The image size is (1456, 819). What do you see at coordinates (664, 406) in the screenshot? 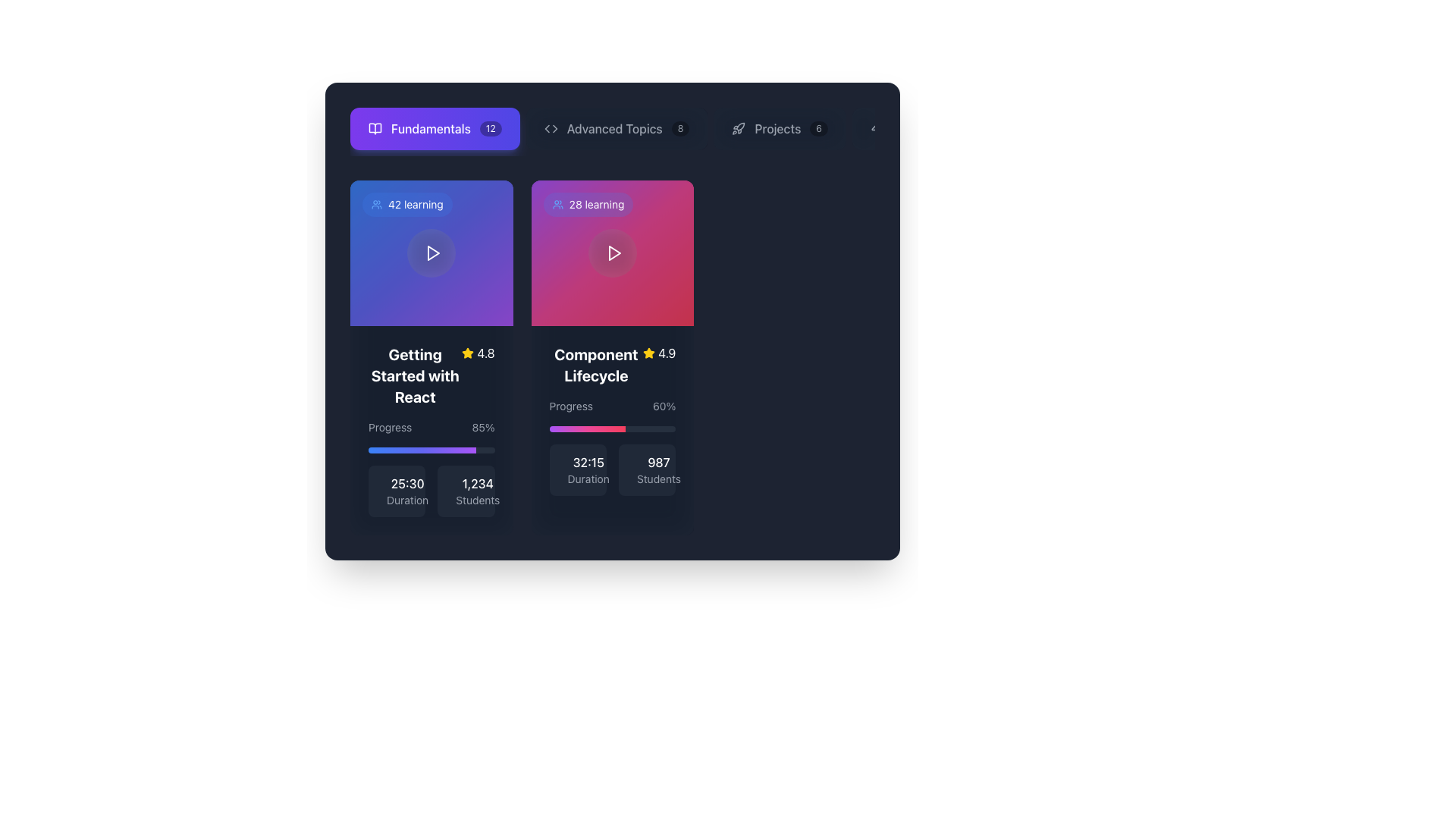
I see `the static text label displaying '60%' which is located above the progress bar in the 'Component Lifecycle' card` at bounding box center [664, 406].